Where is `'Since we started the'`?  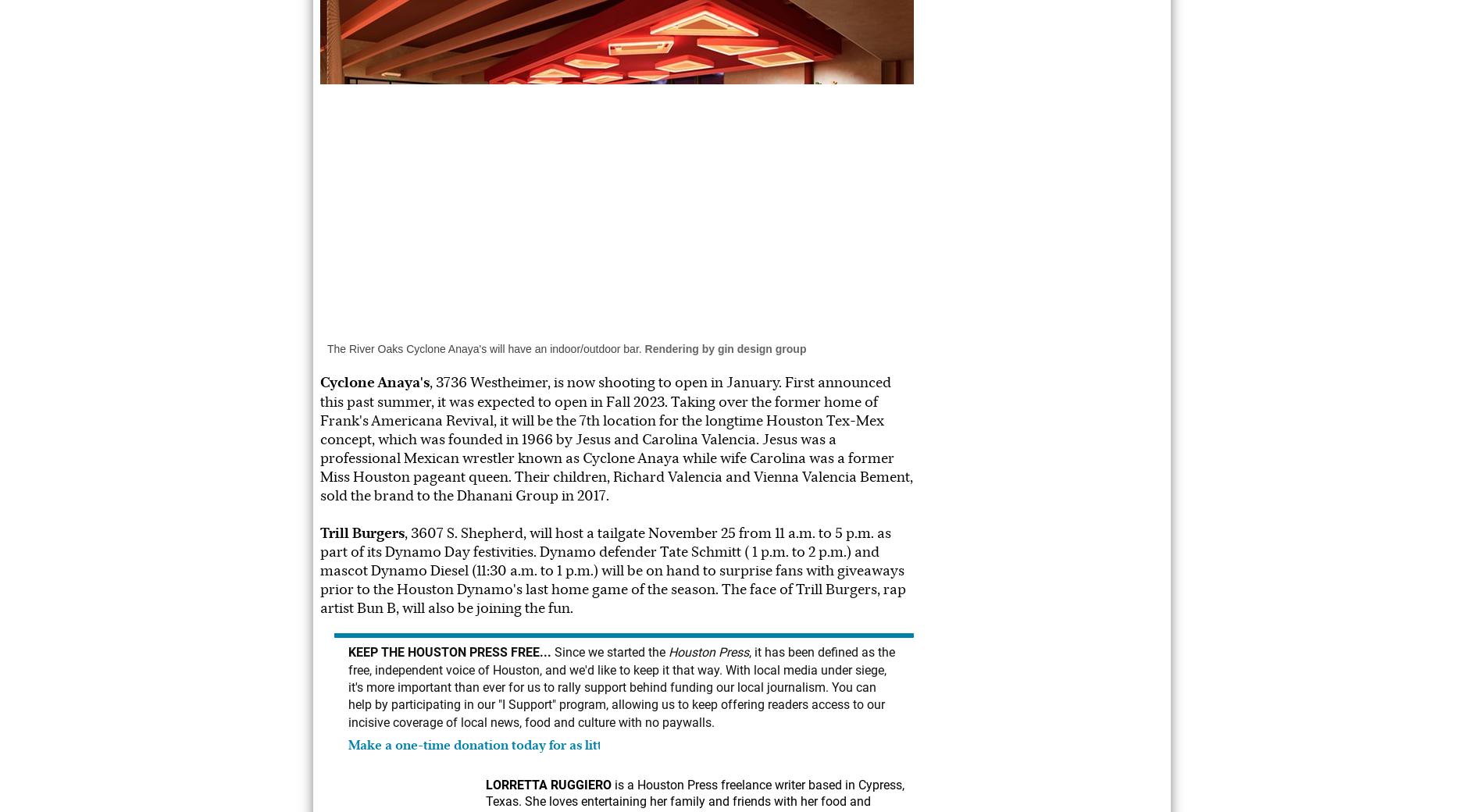
'Since we started the' is located at coordinates (609, 651).